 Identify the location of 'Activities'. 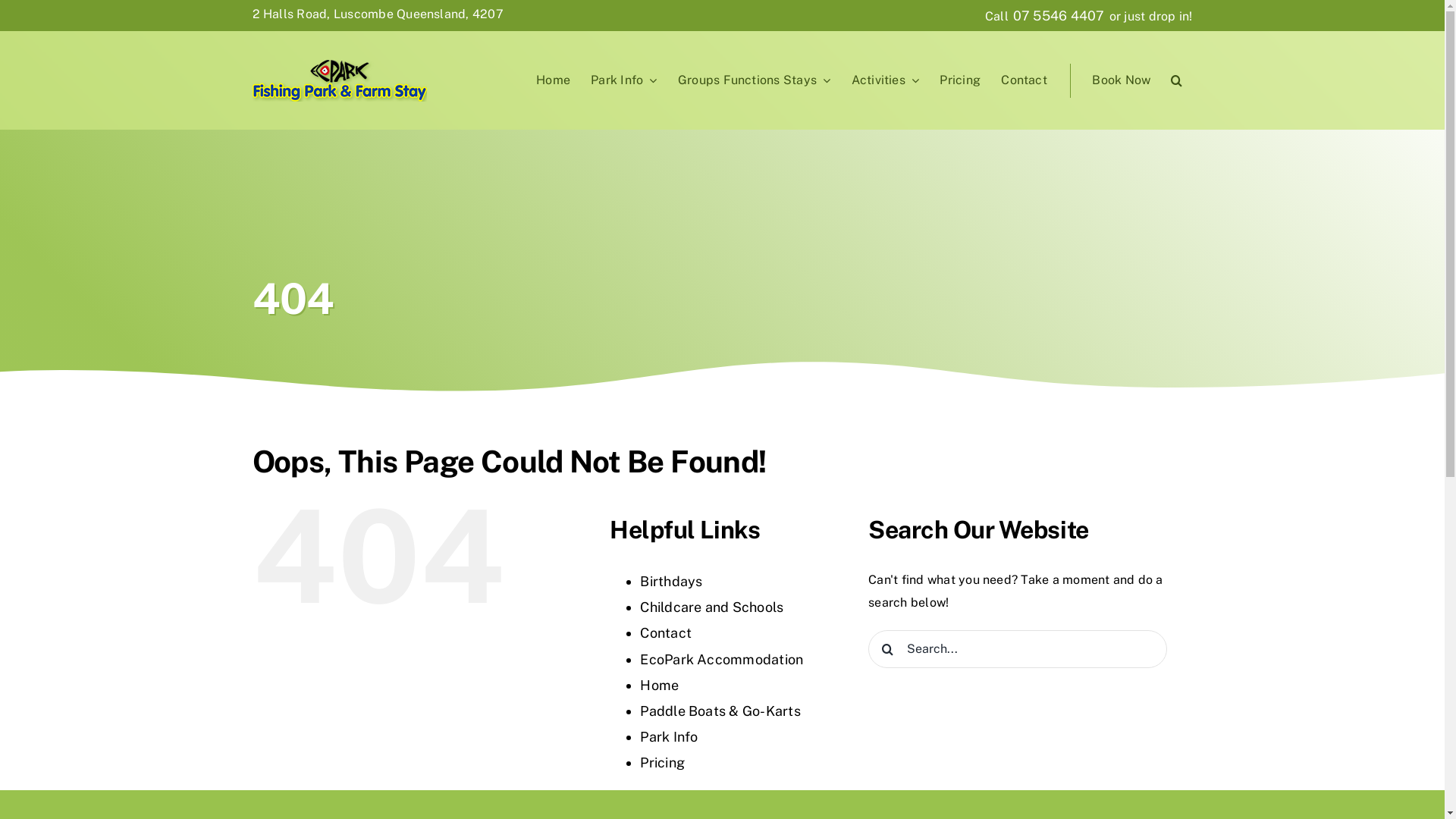
(885, 80).